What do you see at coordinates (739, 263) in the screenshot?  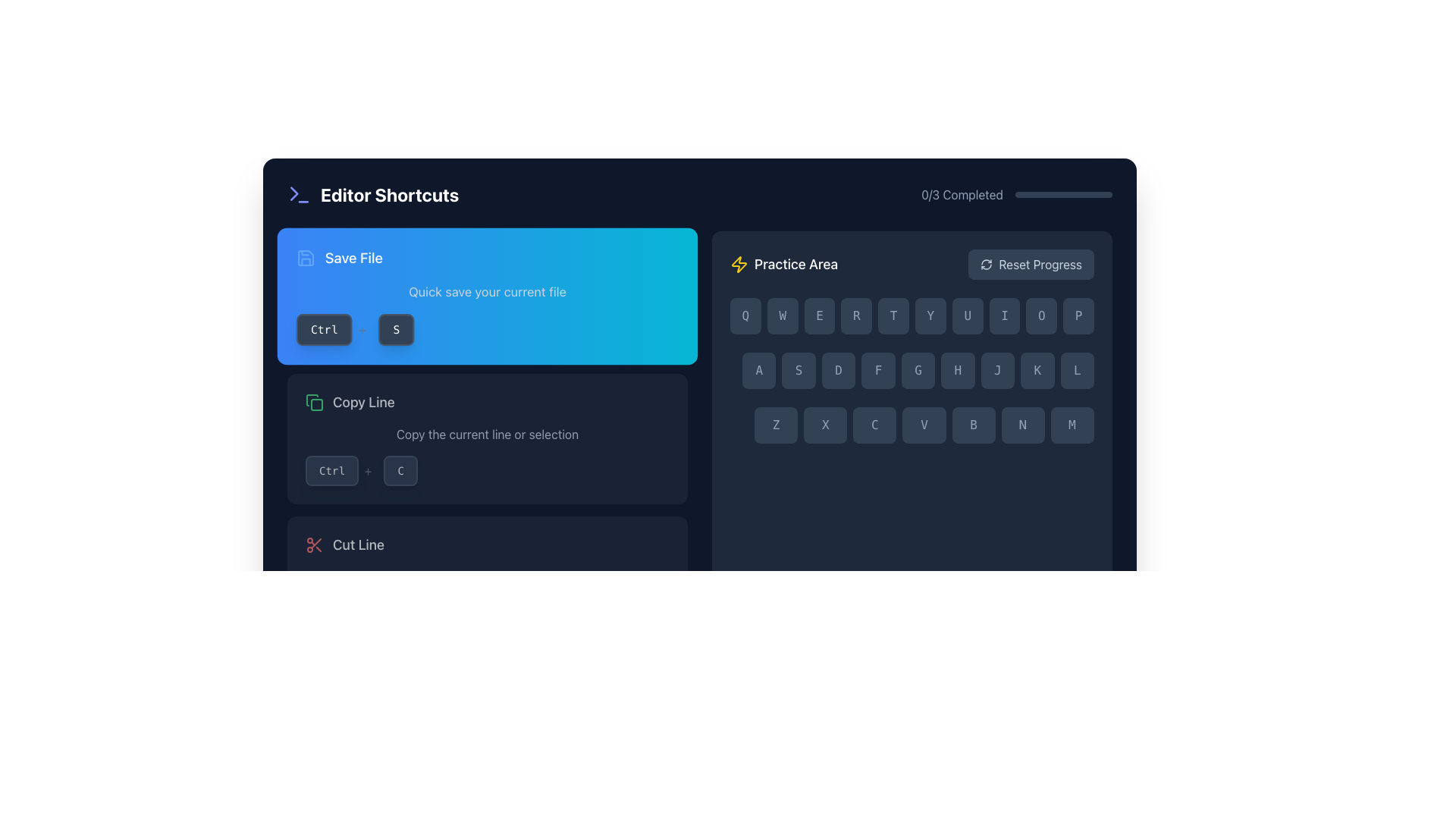 I see `the visual representation of the icon located in the header of the Practice Area section, near the center on the right side of the interface` at bounding box center [739, 263].